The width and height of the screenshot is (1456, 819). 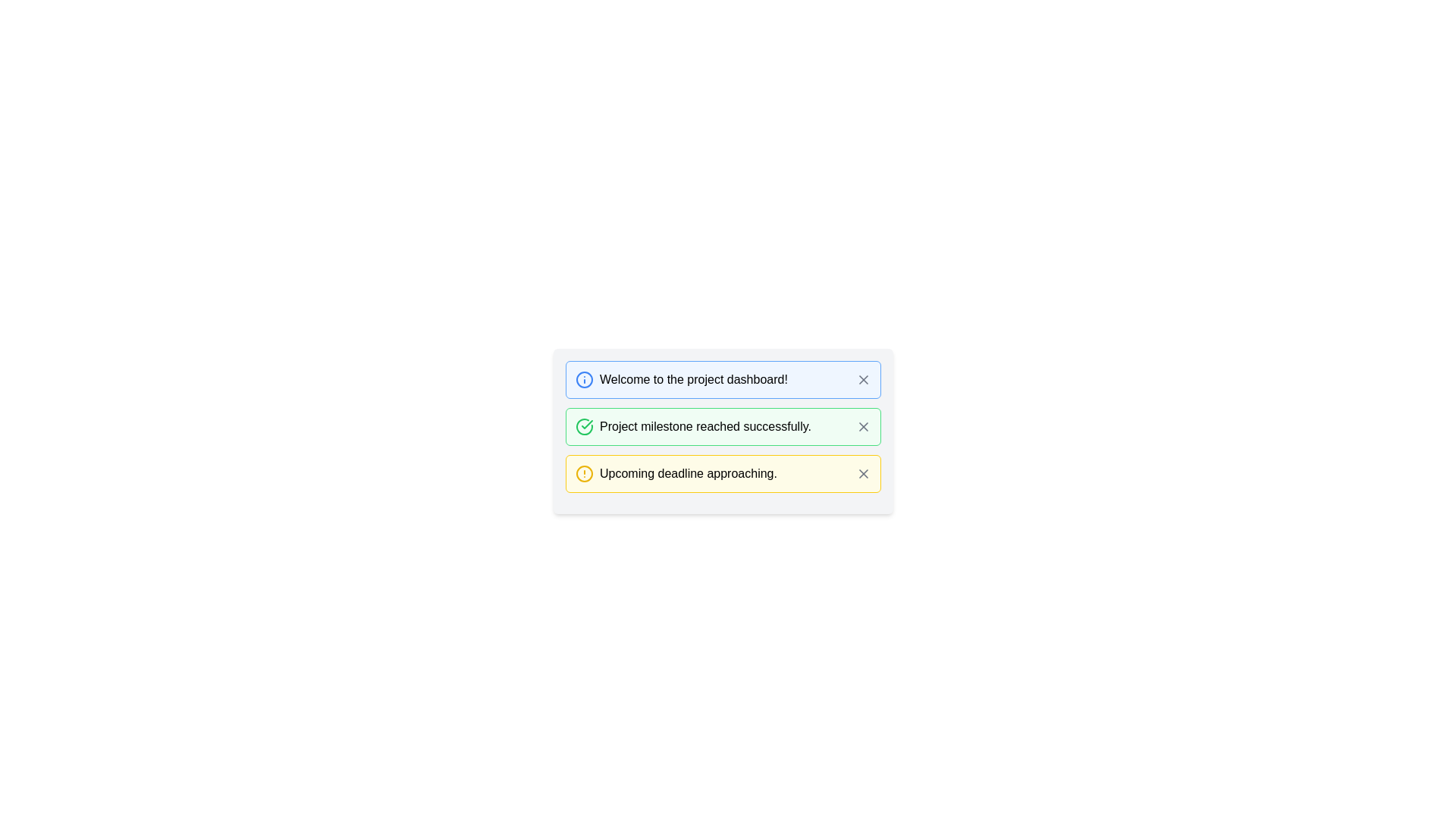 What do you see at coordinates (863, 427) in the screenshot?
I see `the Close button icon, shaped like an 'X', located within the notification box to the right of the message 'Project milestone reached successfully'` at bounding box center [863, 427].